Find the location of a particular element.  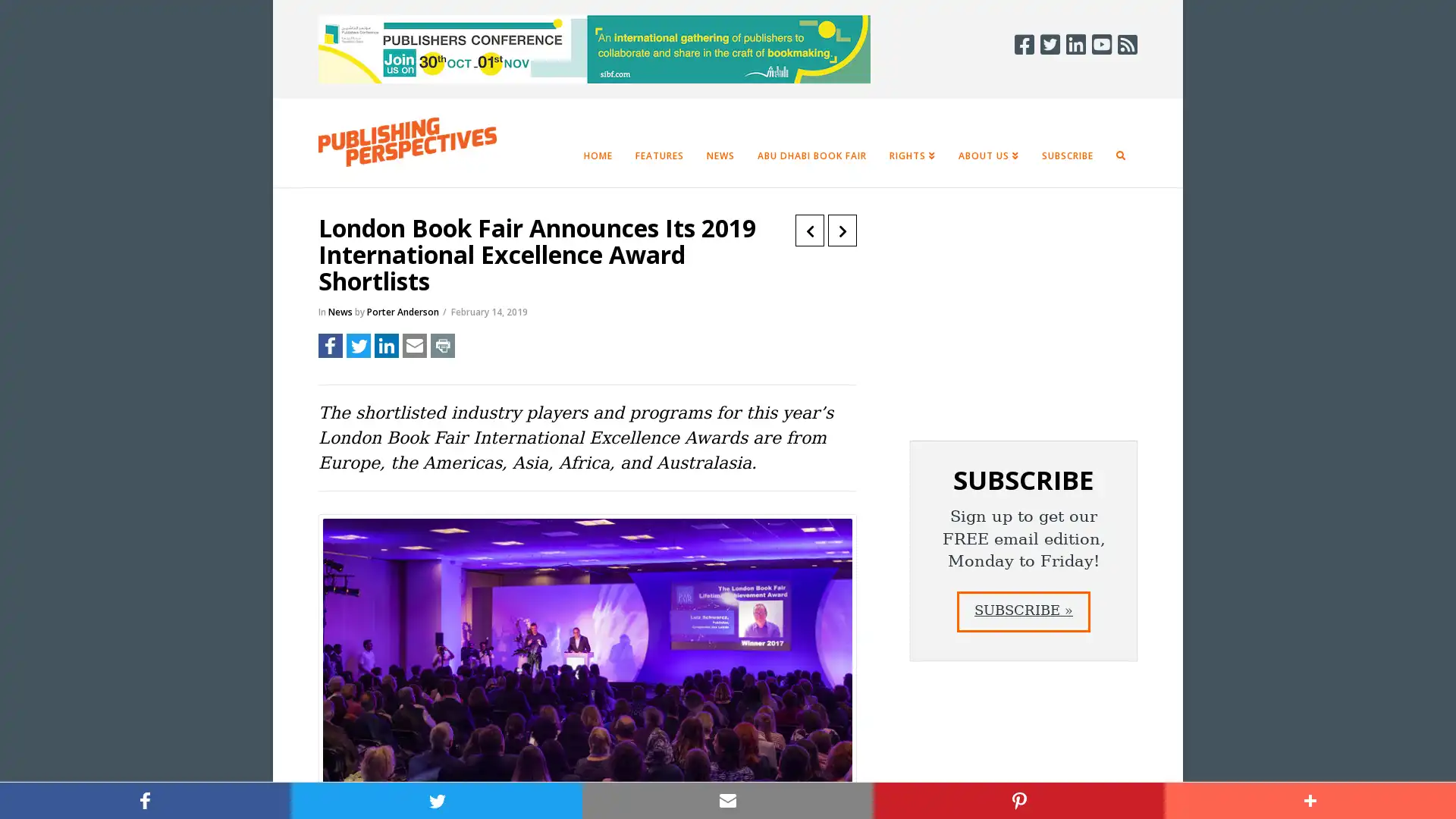

Share to LinkedIn is located at coordinates (386, 345).